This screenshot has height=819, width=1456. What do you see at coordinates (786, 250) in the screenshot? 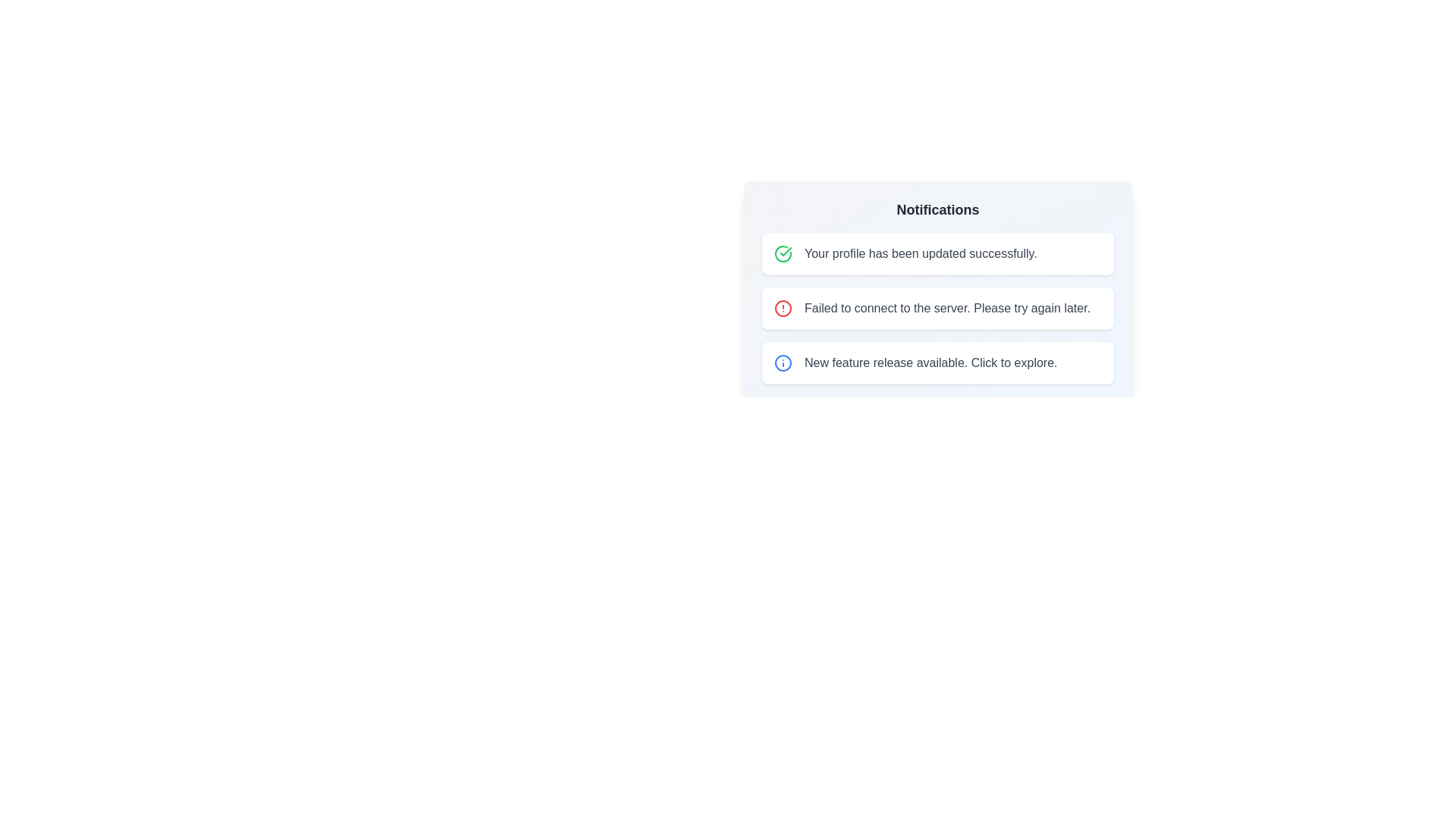
I see `the green circular icon indicating a successful action in the notification section, positioned to the left of the first notification message` at bounding box center [786, 250].